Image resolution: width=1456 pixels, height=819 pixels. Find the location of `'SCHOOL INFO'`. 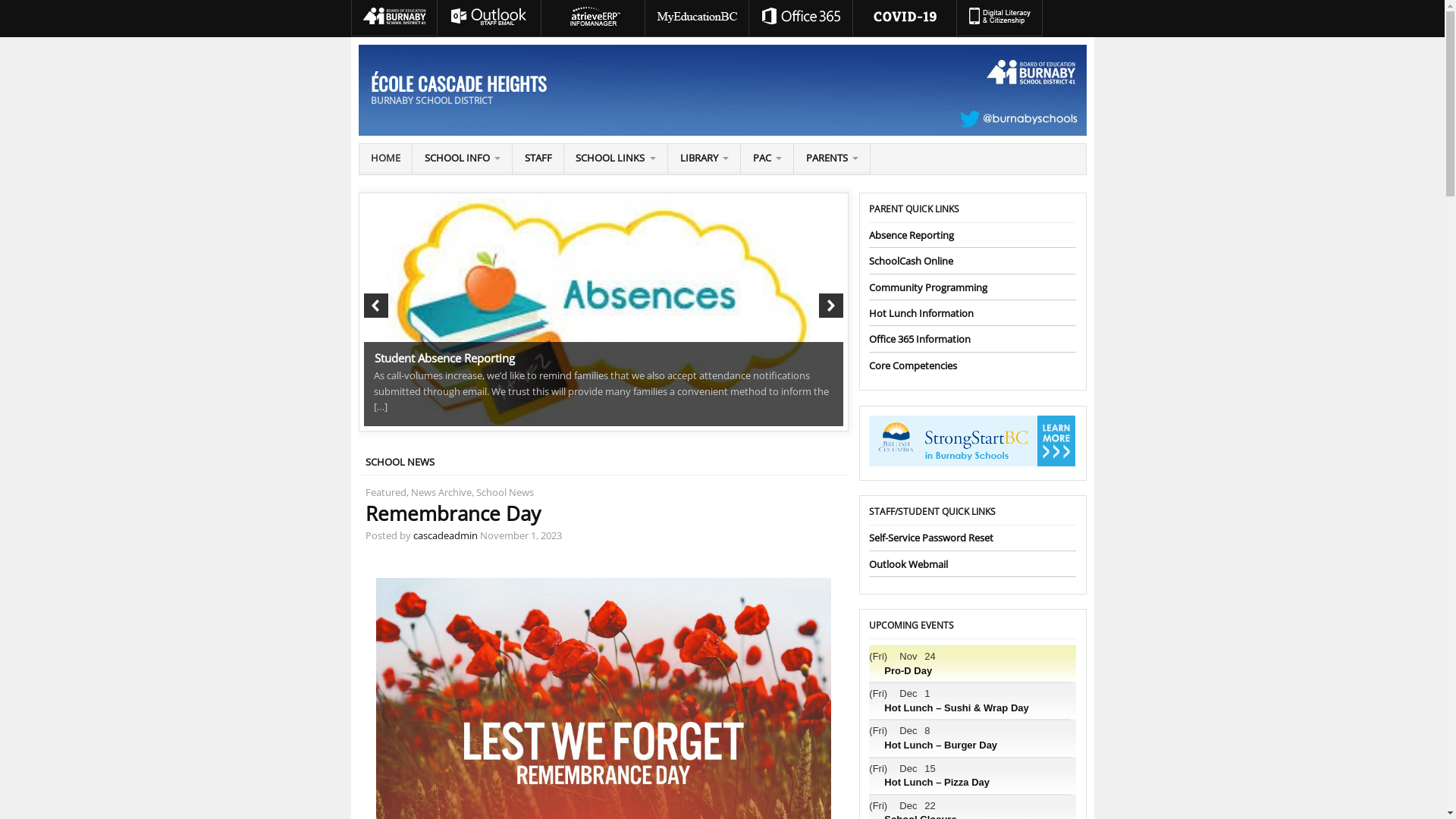

'SCHOOL INFO' is located at coordinates (461, 158).